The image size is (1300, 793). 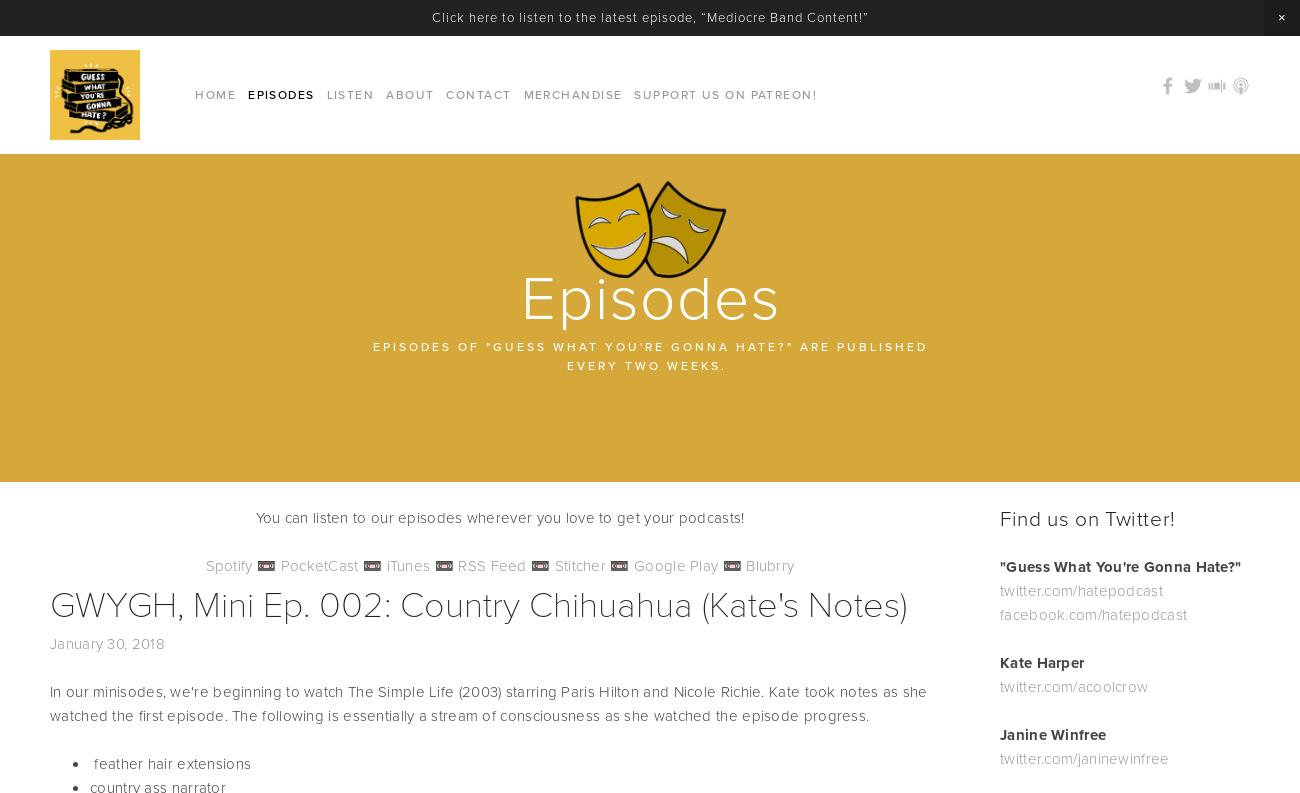 What do you see at coordinates (998, 565) in the screenshot?
I see `'"Guess What You're Gonna Hate?"'` at bounding box center [998, 565].